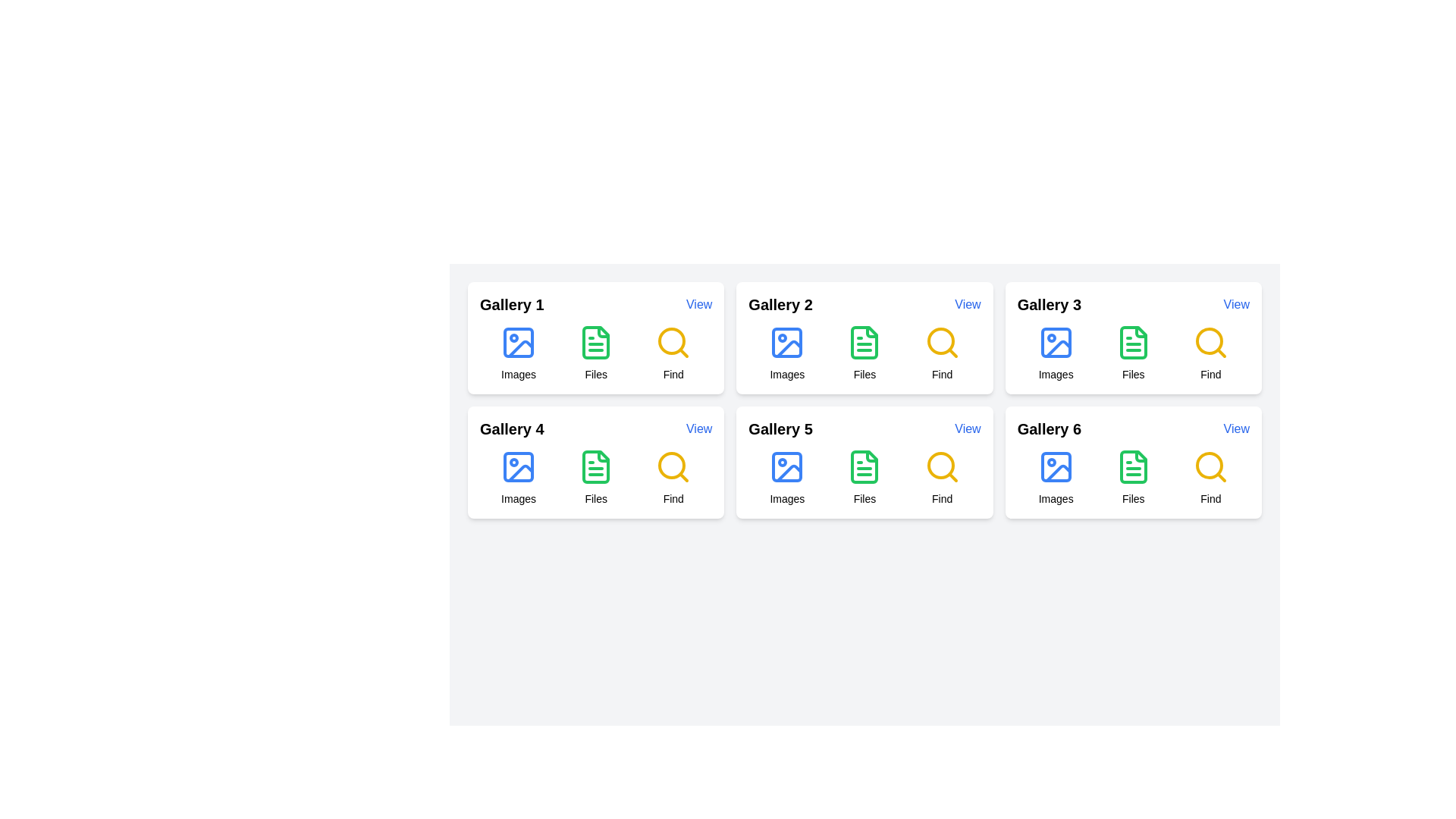  Describe the element at coordinates (1133, 342) in the screenshot. I see `the 'Files' icon located within the 'Gallery 3' card, positioned between the blue 'Images' icon and the yellow 'Find' icon` at that location.